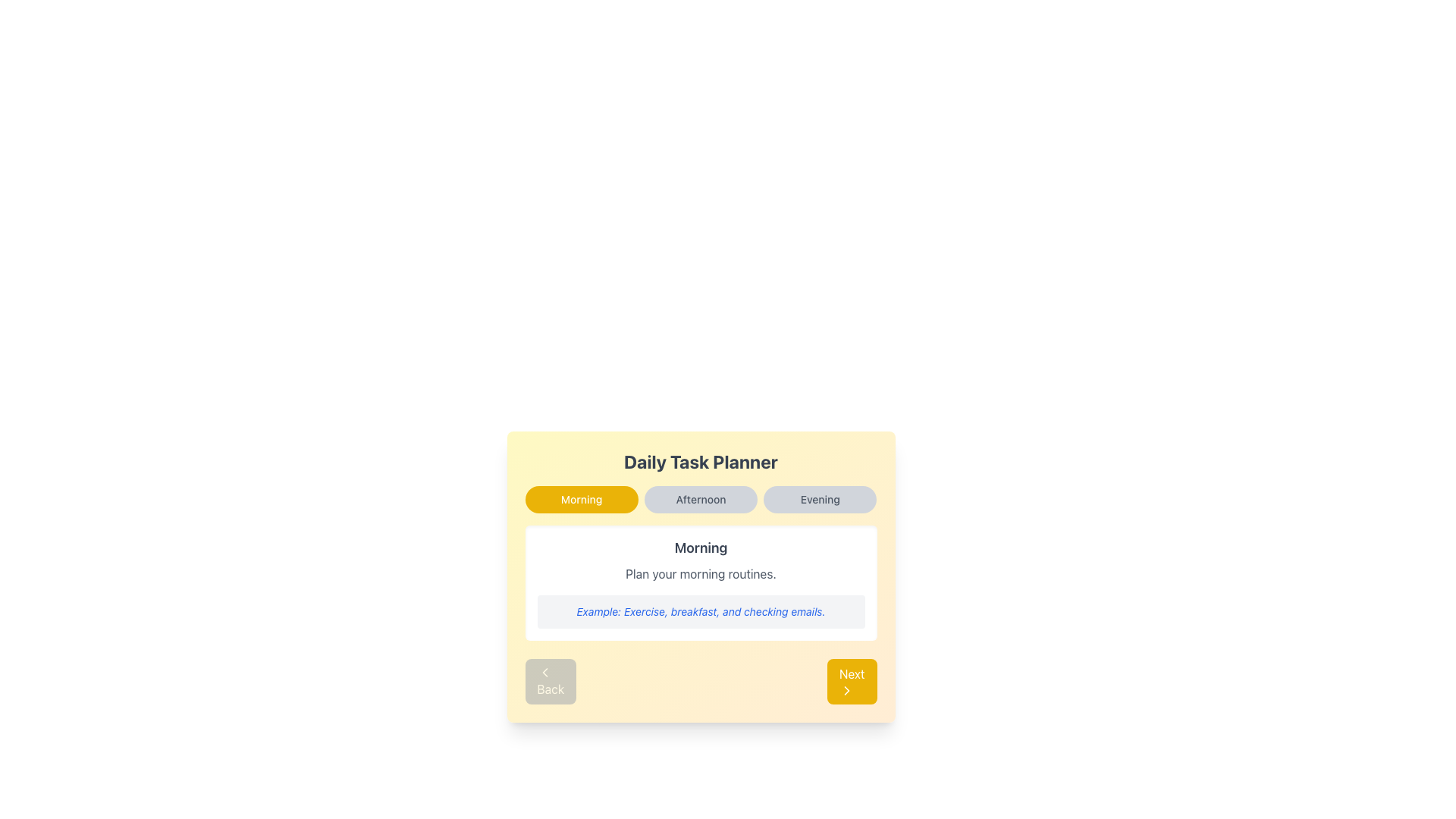 This screenshot has width=1456, height=819. What do you see at coordinates (700, 548) in the screenshot?
I see `the text component displaying 'Morning' in bold gray font, which serves as the header for the Morning section in the task planner interface` at bounding box center [700, 548].